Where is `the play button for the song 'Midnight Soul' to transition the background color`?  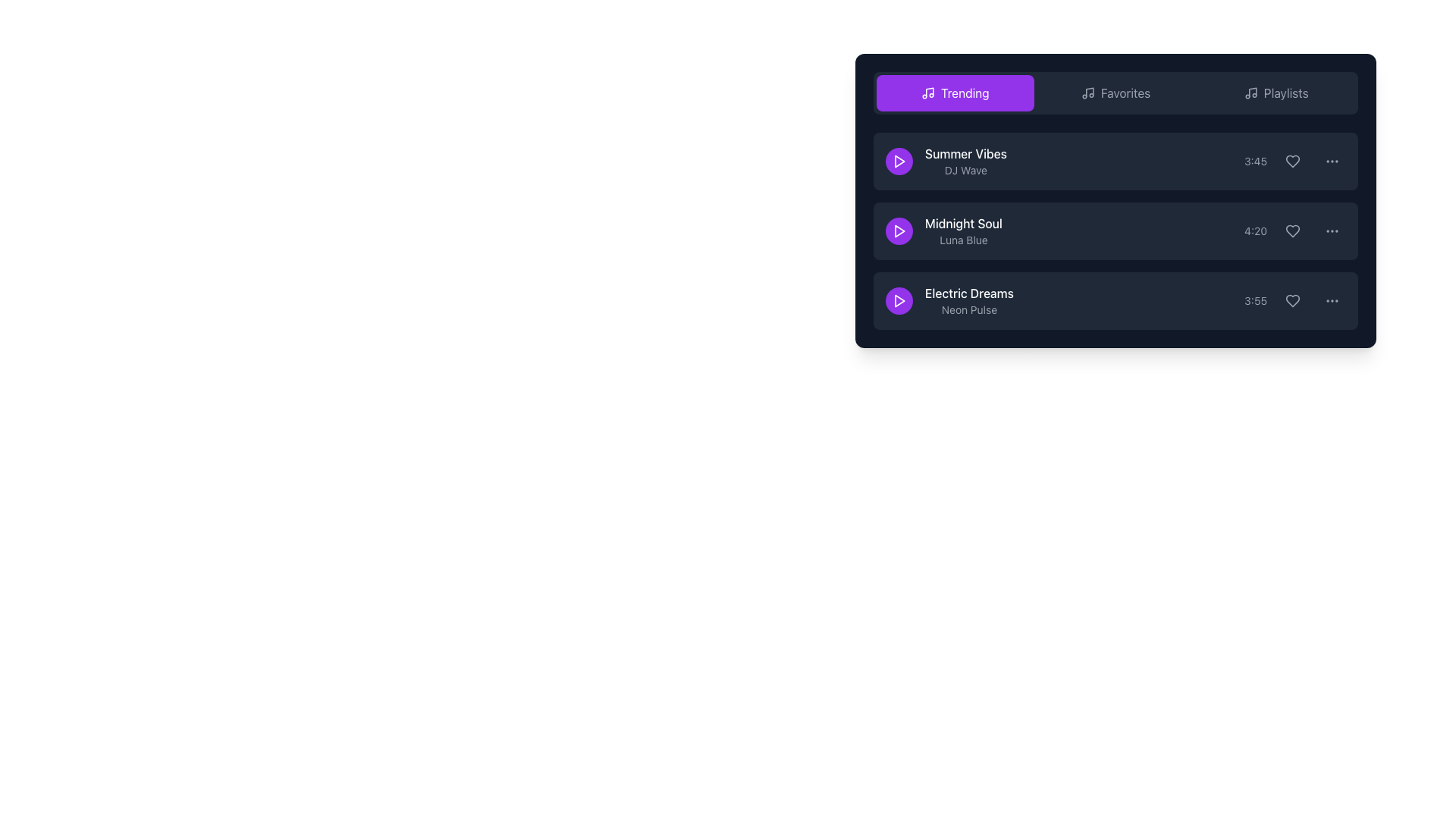
the play button for the song 'Midnight Soul' to transition the background color is located at coordinates (899, 231).